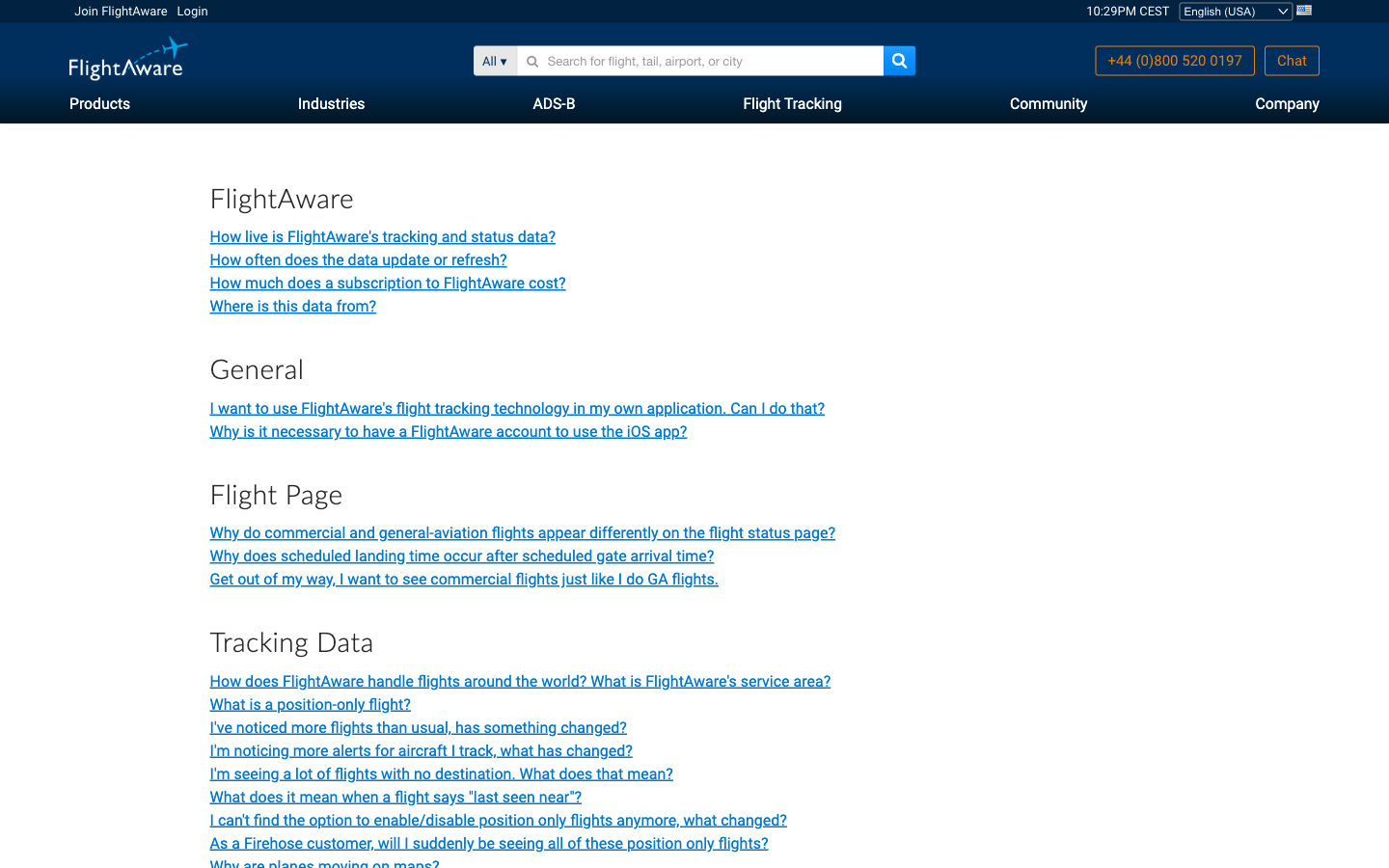  What do you see at coordinates (1291, 60) in the screenshot?
I see `the live chat feature on the FlightAware site` at bounding box center [1291, 60].